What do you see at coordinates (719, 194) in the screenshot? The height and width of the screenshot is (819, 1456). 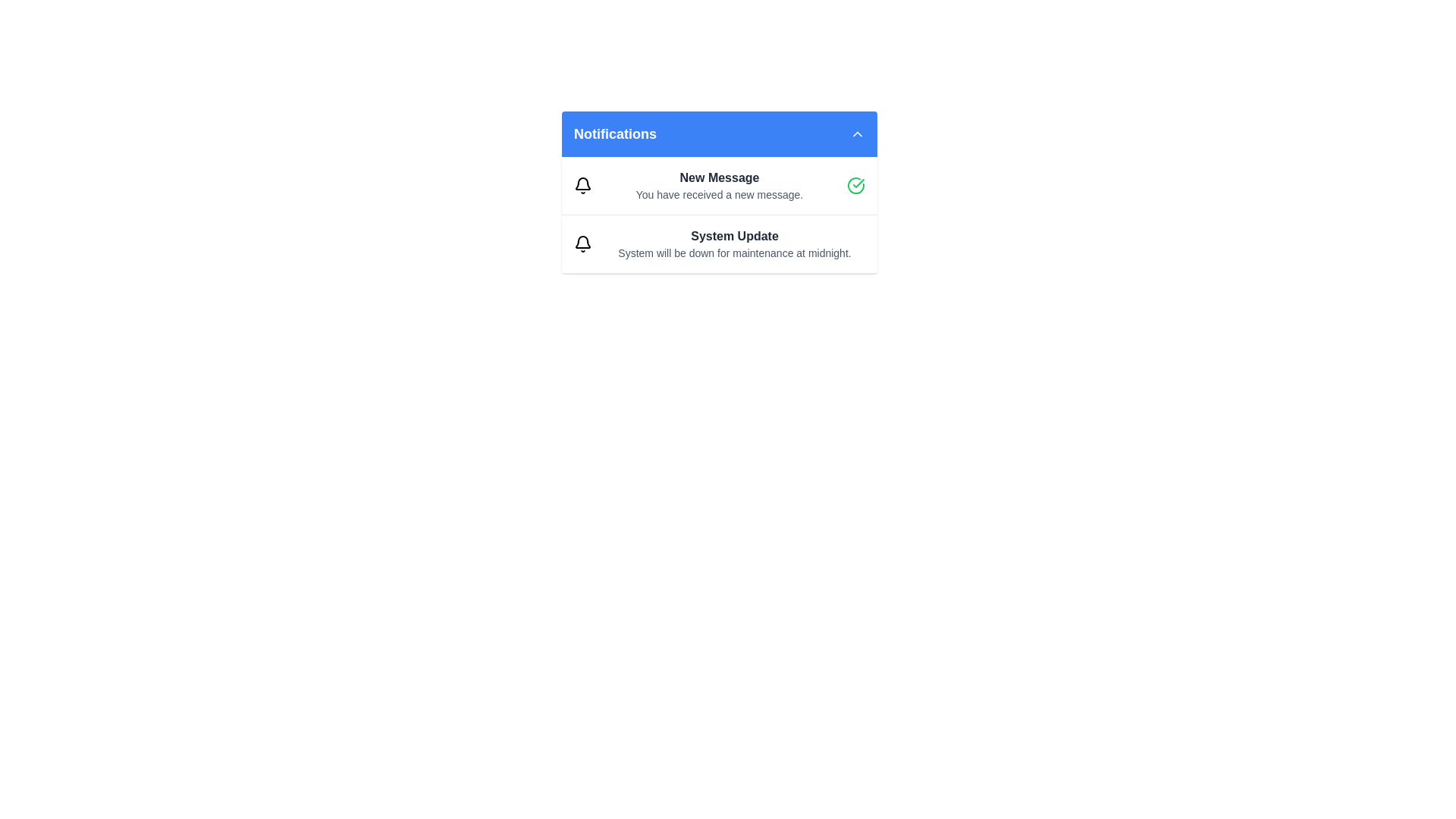 I see `the text label displaying 'You have received a new message.' which is positioned below the 'New Message' heading in the notification card` at bounding box center [719, 194].